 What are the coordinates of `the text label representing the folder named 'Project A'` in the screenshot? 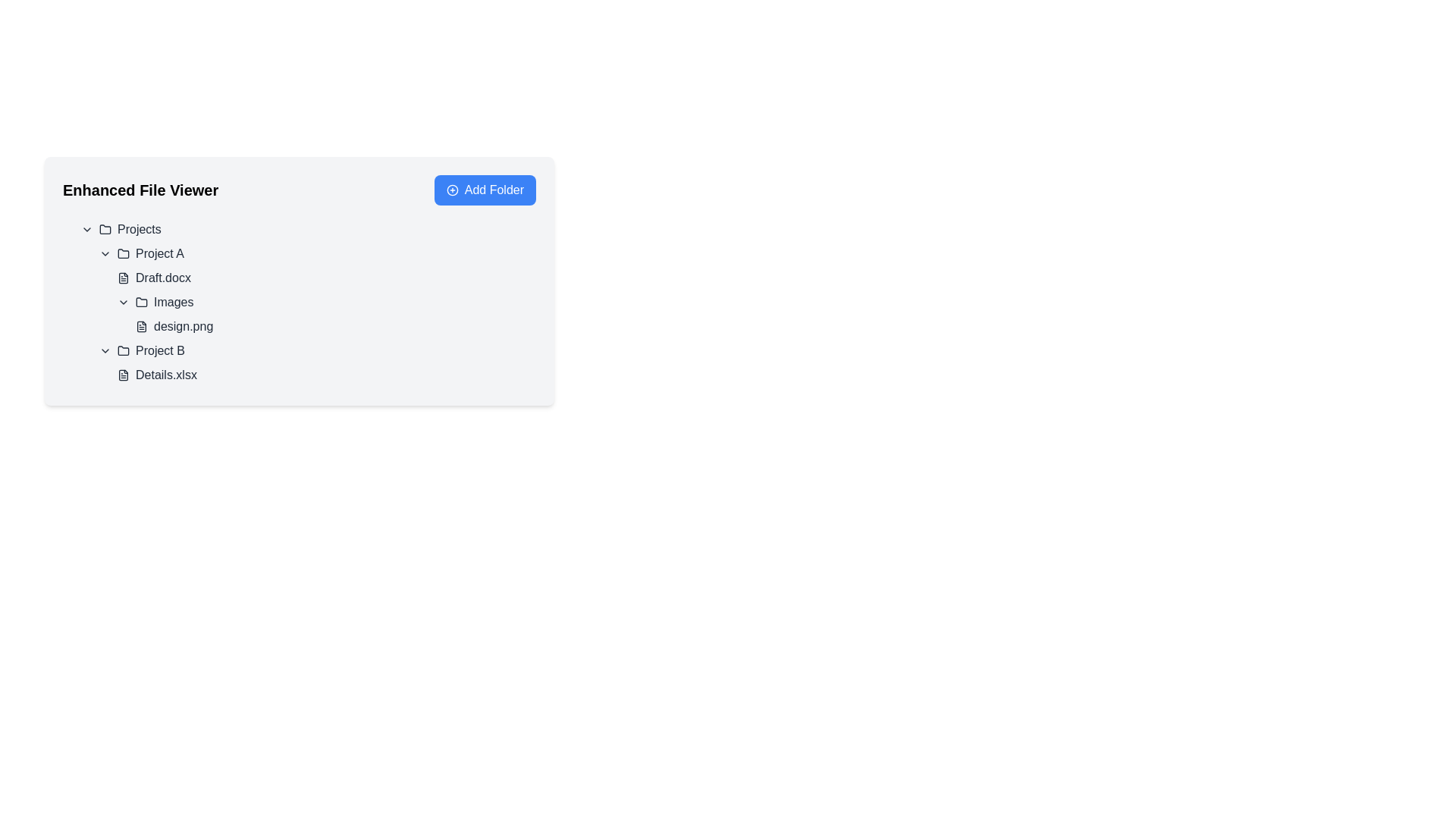 It's located at (160, 253).